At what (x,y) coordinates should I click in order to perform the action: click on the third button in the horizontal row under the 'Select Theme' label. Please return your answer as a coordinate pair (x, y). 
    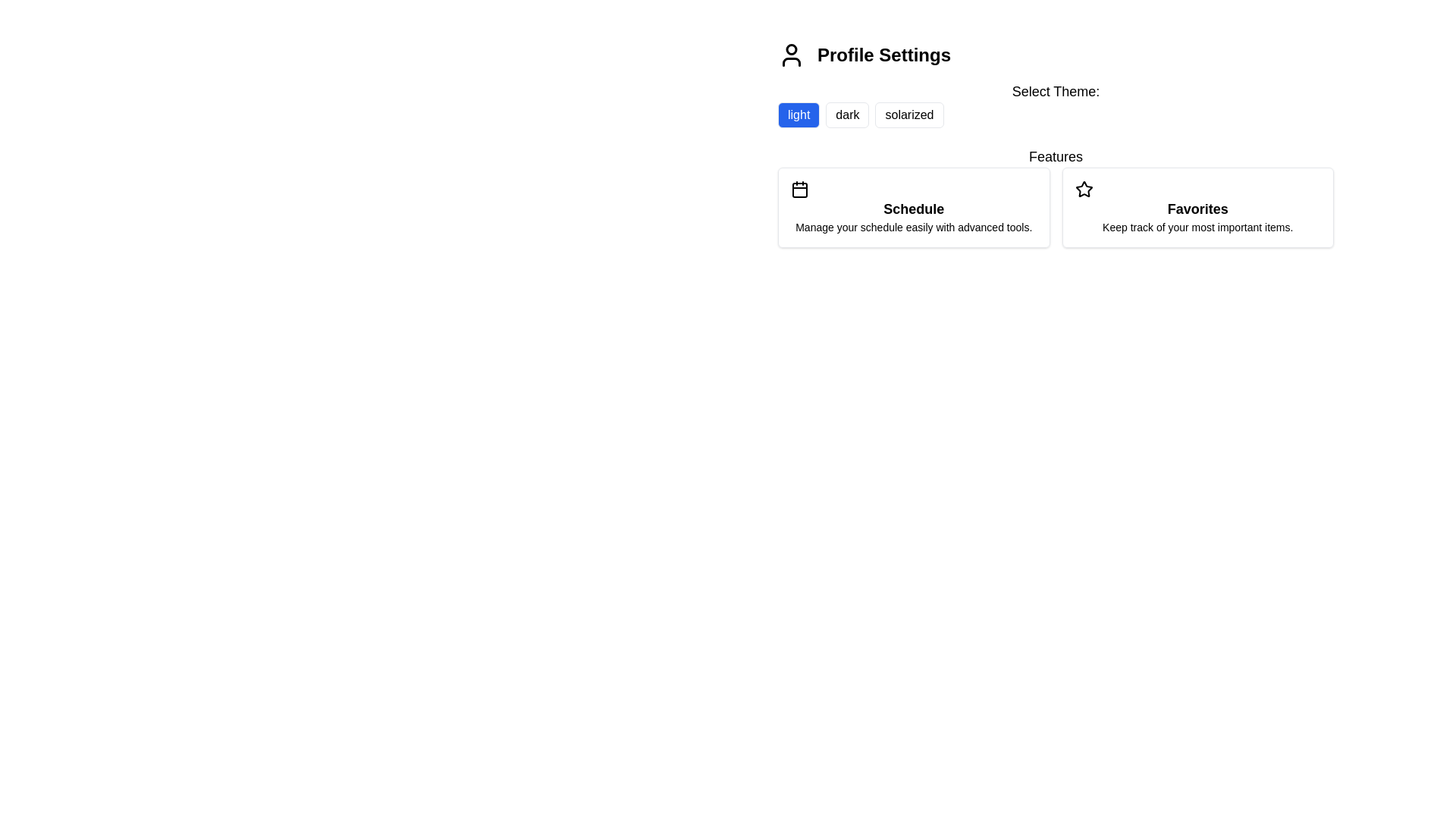
    Looking at the image, I should click on (909, 114).